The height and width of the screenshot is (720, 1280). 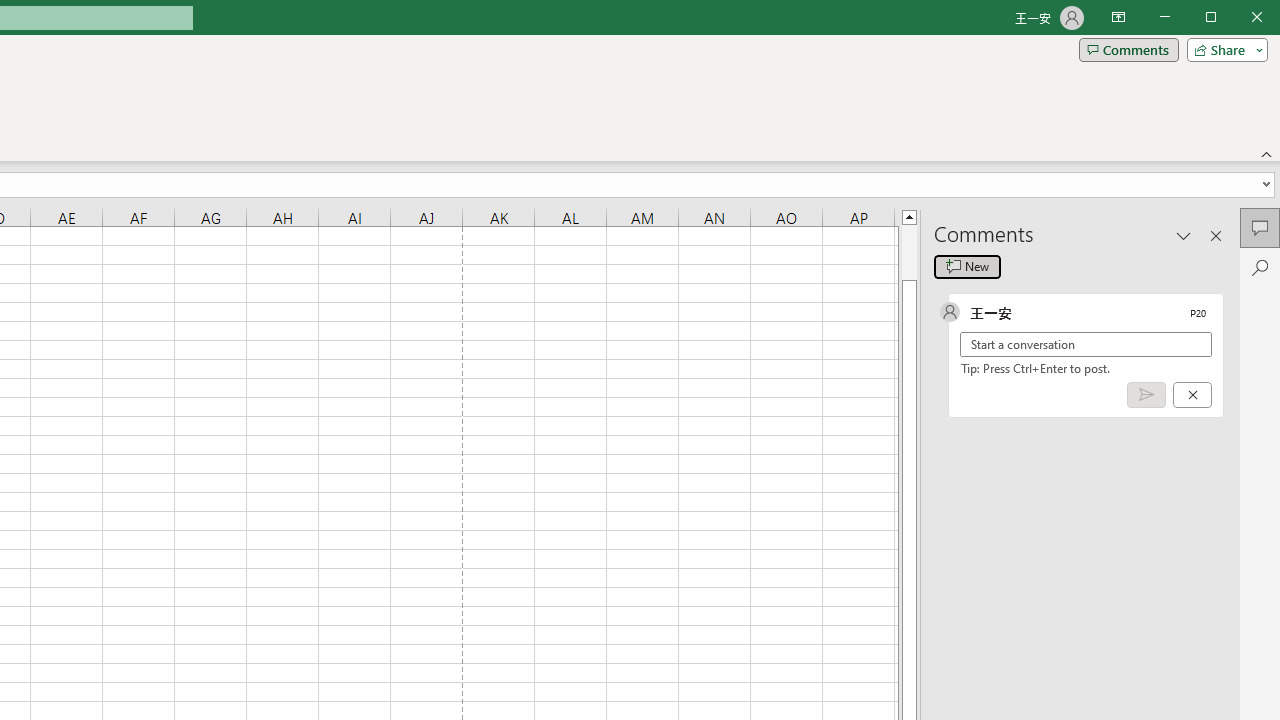 I want to click on 'Page up', so click(x=908, y=251).